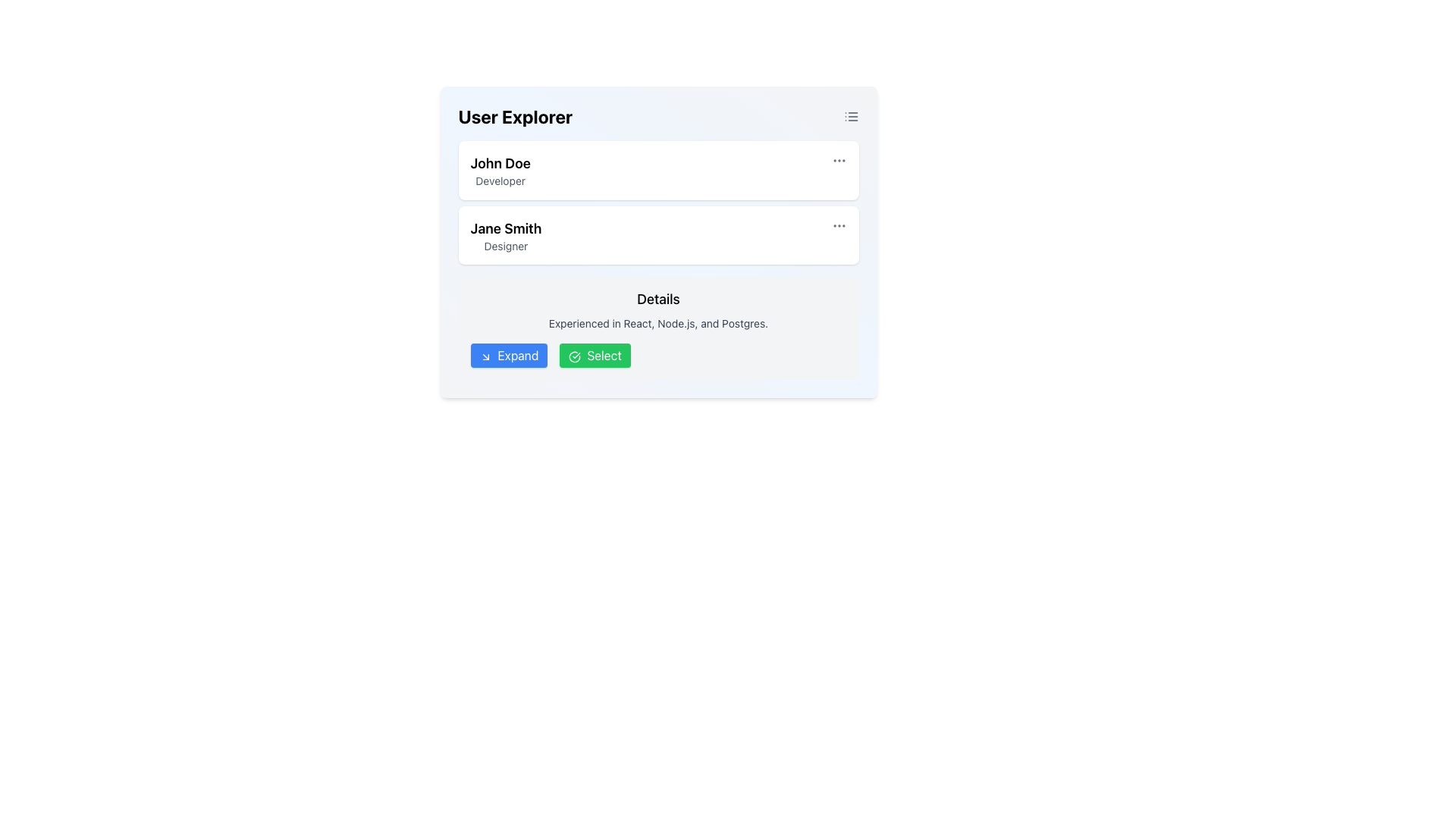  I want to click on the Information Tile that displays 'John Doe' and 'Developer', which is the first tile below the 'User Explorer' title, so click(658, 170).